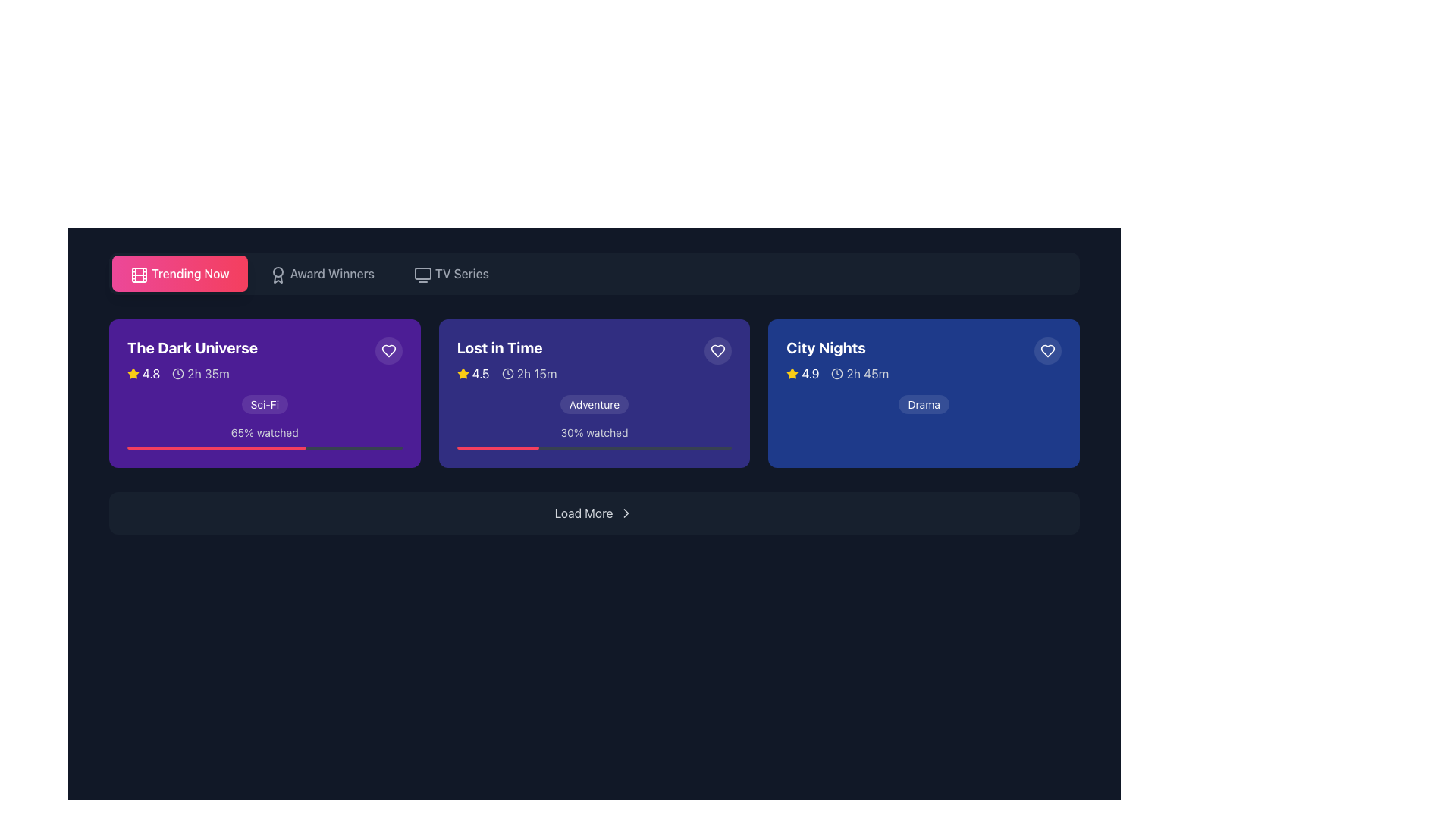 This screenshot has width=1456, height=819. Describe the element at coordinates (529, 374) in the screenshot. I see `displayed duration from the text label that shows '2h 15m' following a clock icon, located in the second card titled 'Lost in Time'` at that location.